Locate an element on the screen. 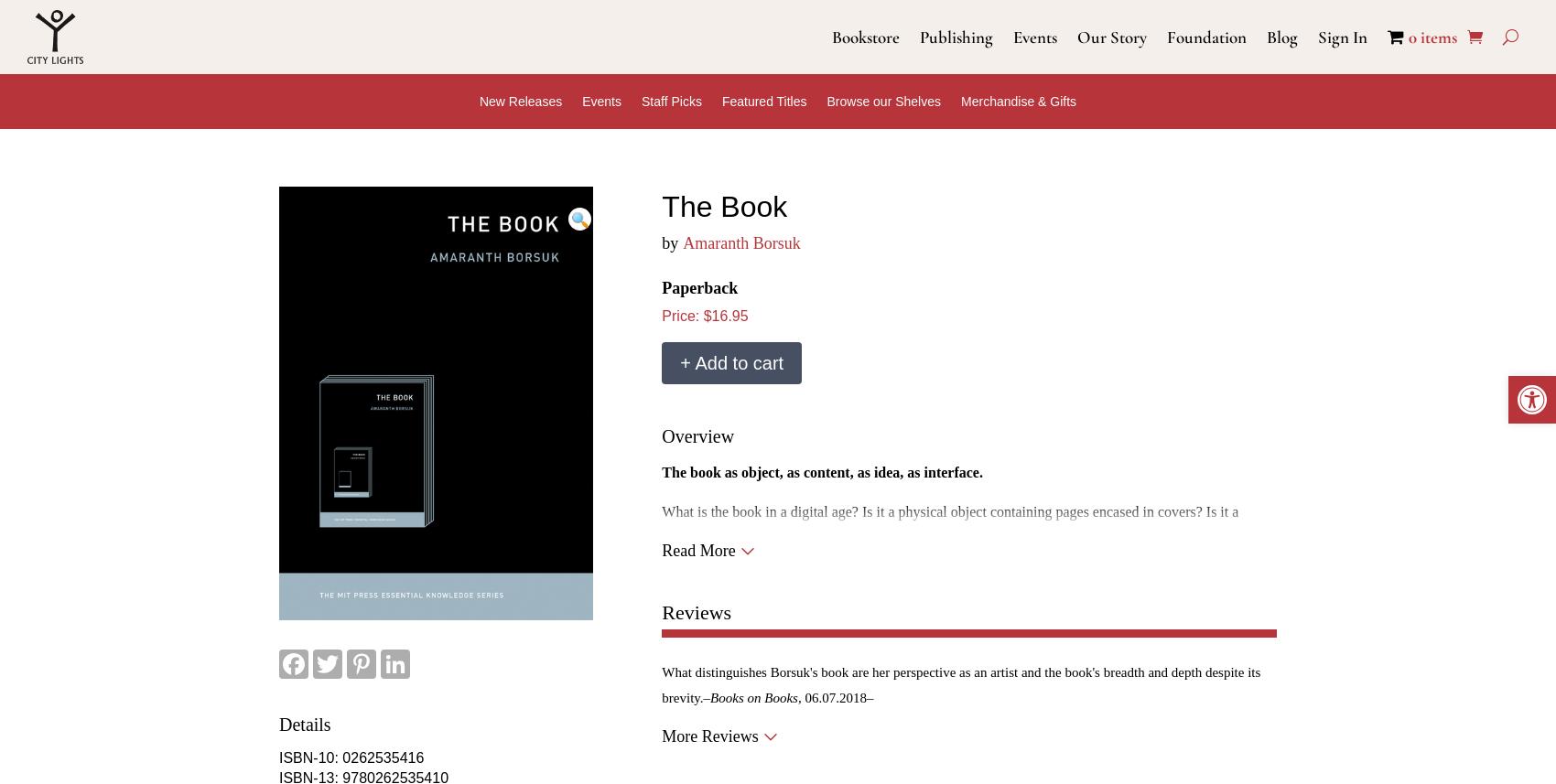 The image size is (1556, 784). 'Bookstore' is located at coordinates (866, 36).